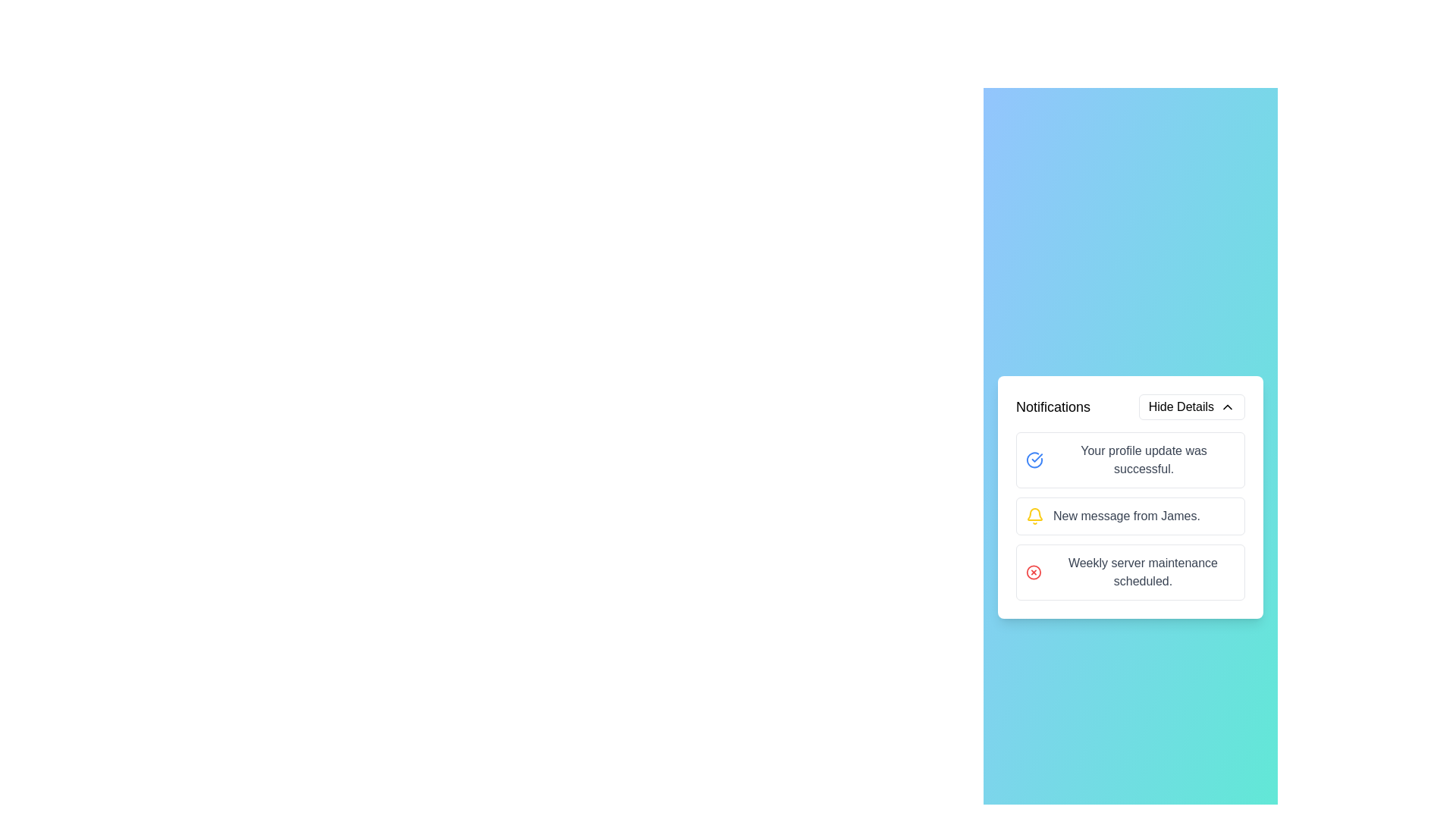  What do you see at coordinates (1191, 406) in the screenshot?
I see `the toggle button for additional details related to notifications, located at the top-right corner of the notification card` at bounding box center [1191, 406].